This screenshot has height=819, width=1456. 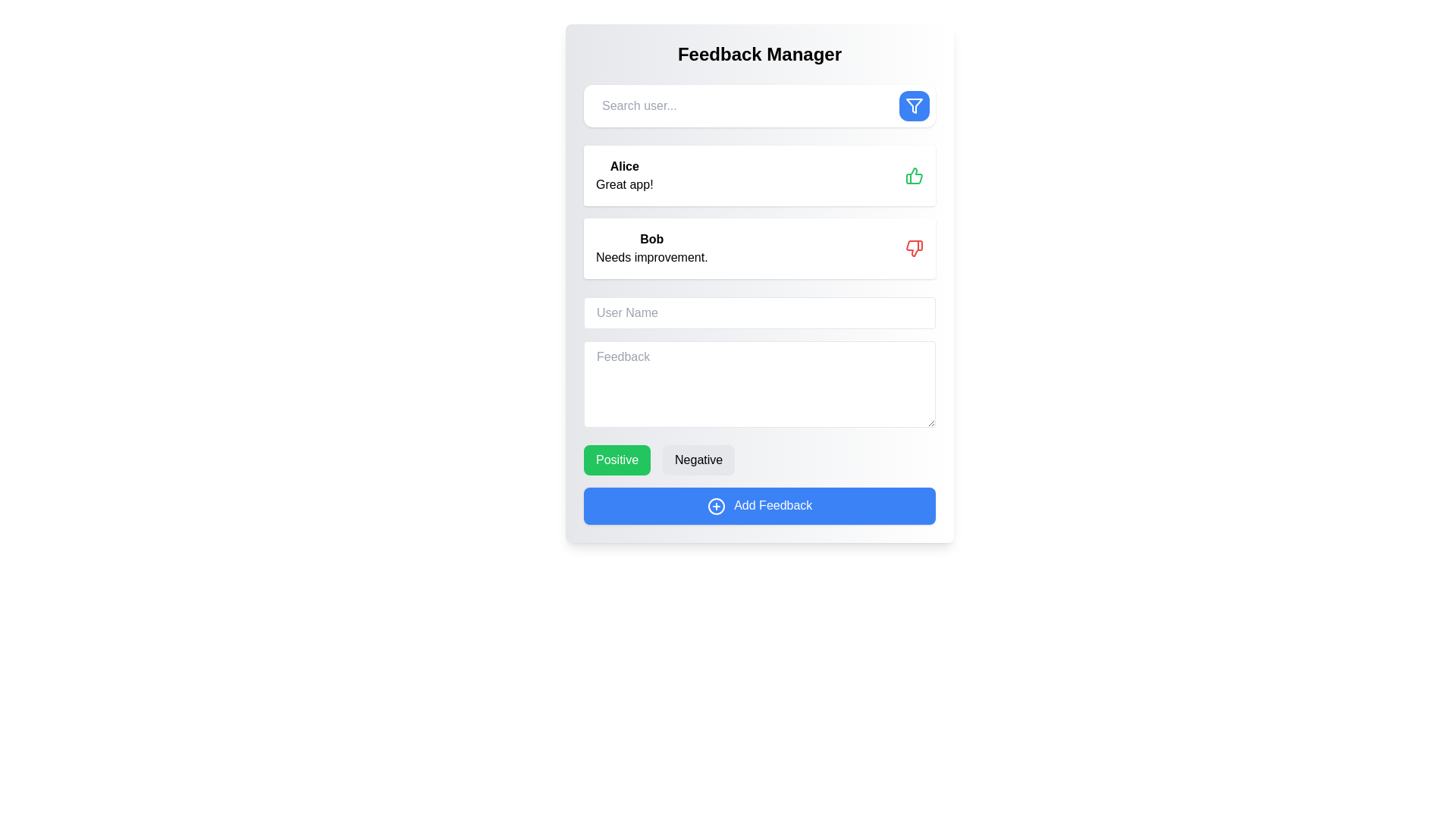 What do you see at coordinates (913, 247) in the screenshot?
I see `the thumbs-down icon, which is styled in red and symbolizes disapproval, positioned to the far right of the text 'Bob Needs improvement.'` at bounding box center [913, 247].